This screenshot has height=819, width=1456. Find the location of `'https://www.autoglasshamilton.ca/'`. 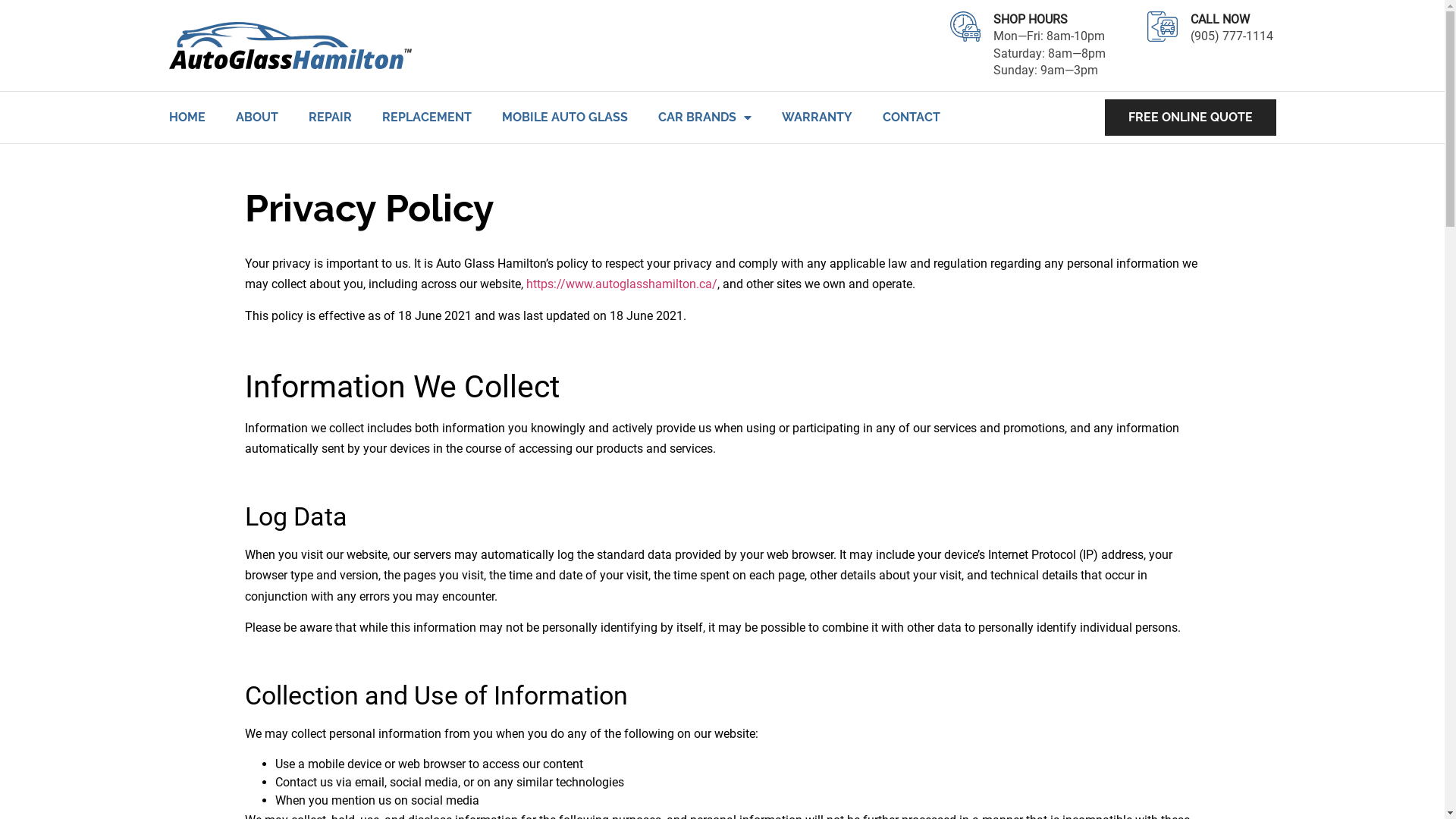

'https://www.autoglasshamilton.ca/' is located at coordinates (526, 284).